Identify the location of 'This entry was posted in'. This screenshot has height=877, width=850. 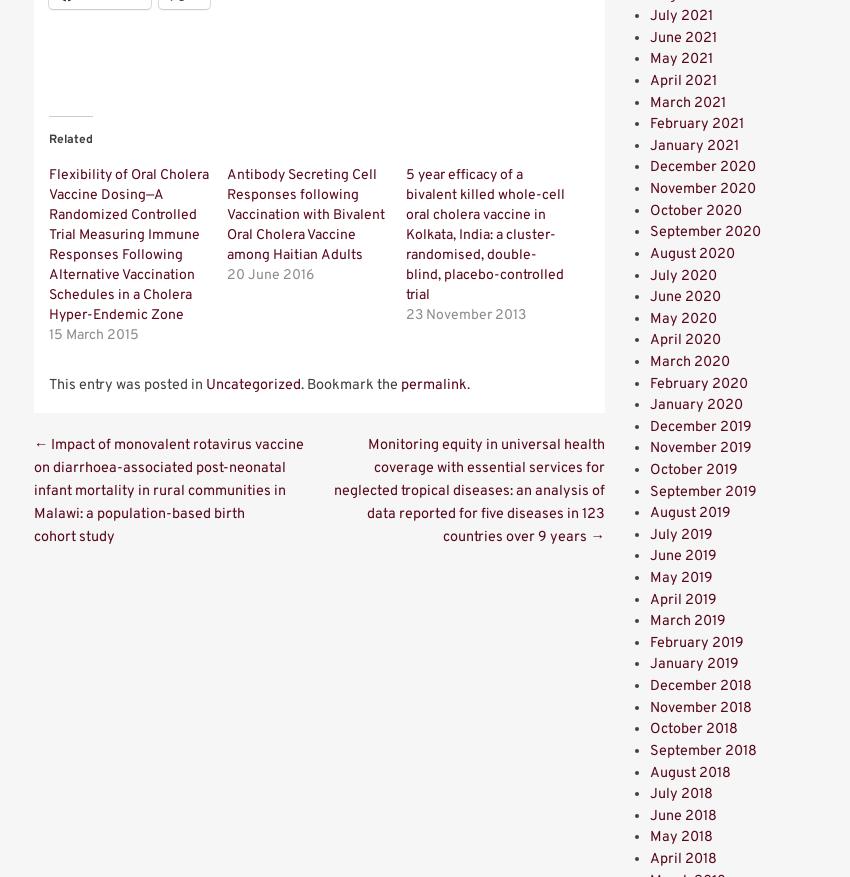
(126, 385).